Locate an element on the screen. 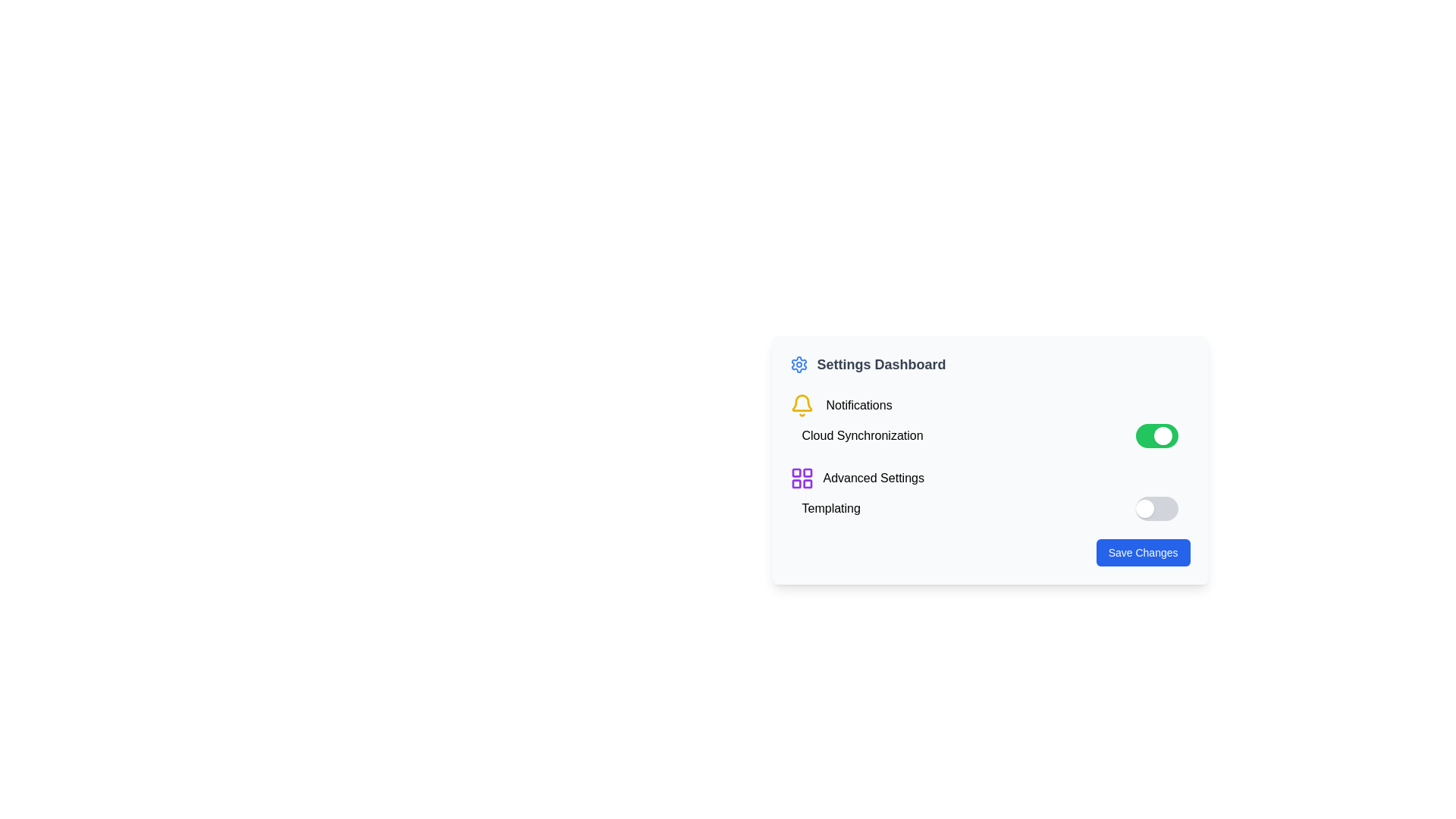 The image size is (1456, 819). text label displaying 'Notifications' which is styled in medium font size and positioned next to a bell icon in the notification section is located at coordinates (858, 405).